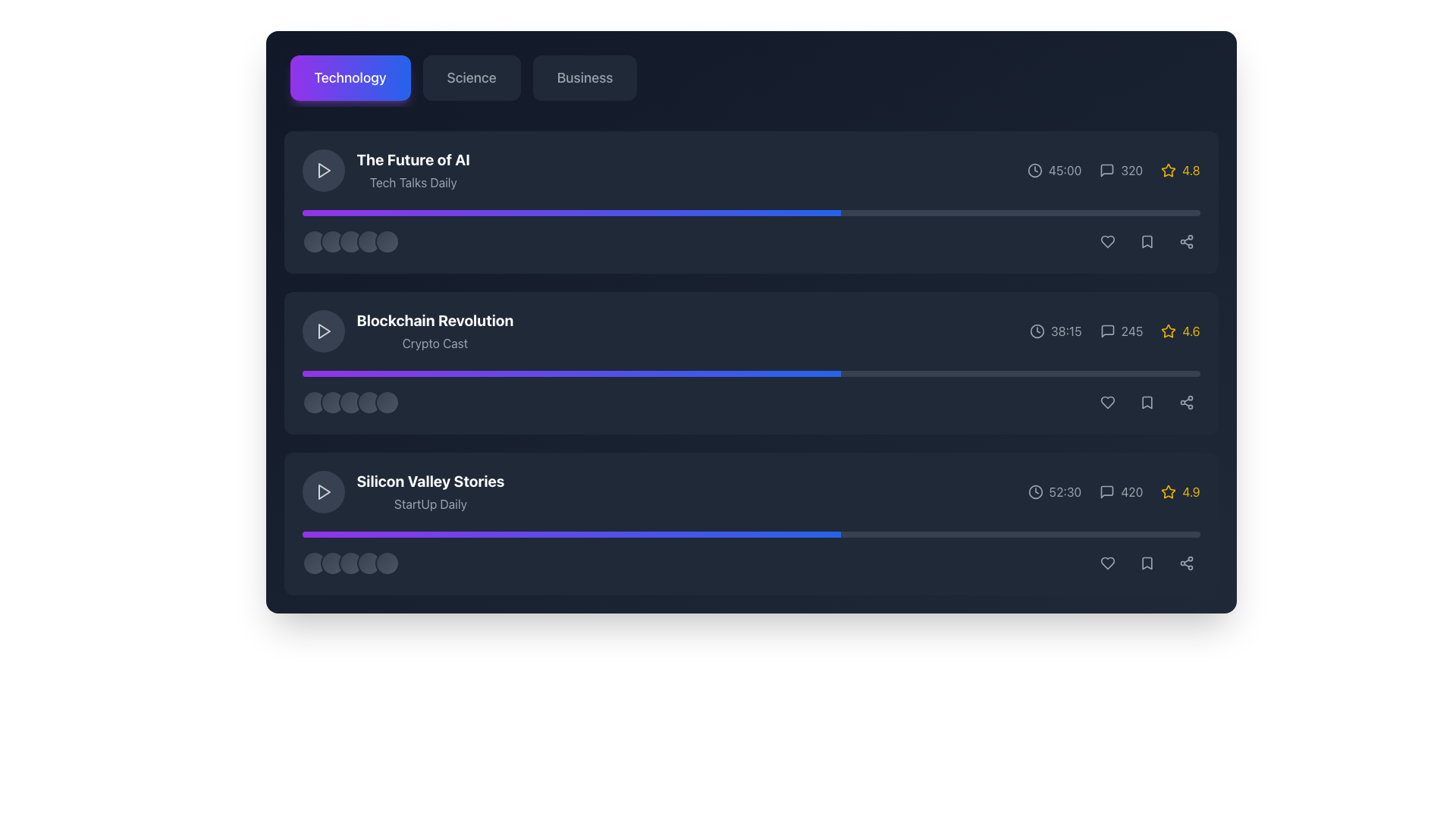  What do you see at coordinates (1131, 170) in the screenshot?
I see `value displayed in the Text Label that shows the count of comments or interactions related to the podcast entry, located to the right of the comment bubble icon in the first horizontal list item` at bounding box center [1131, 170].